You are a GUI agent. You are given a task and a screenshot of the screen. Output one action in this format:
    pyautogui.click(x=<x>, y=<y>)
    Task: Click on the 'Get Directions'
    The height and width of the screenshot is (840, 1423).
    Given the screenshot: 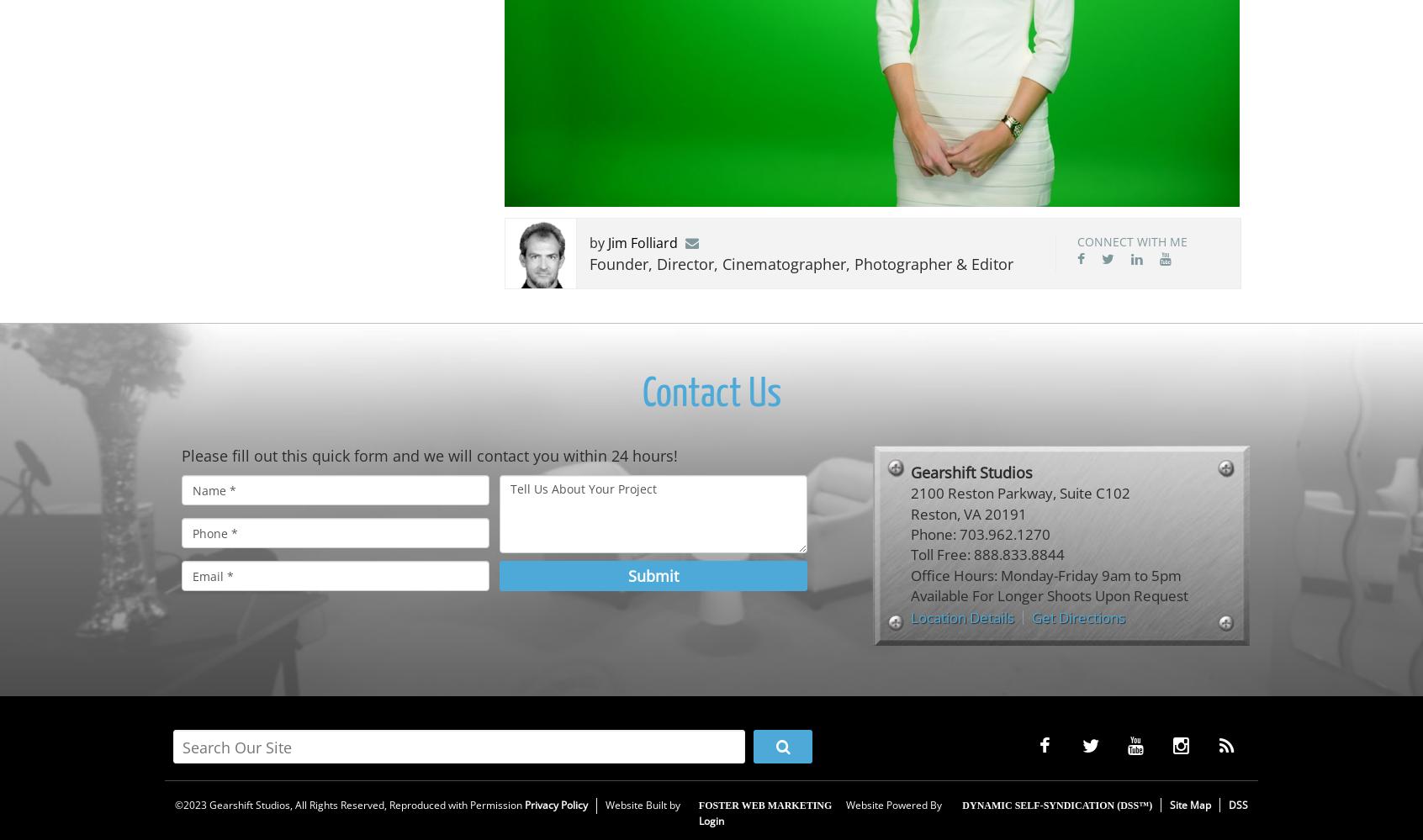 What is the action you would take?
    pyautogui.click(x=1077, y=616)
    